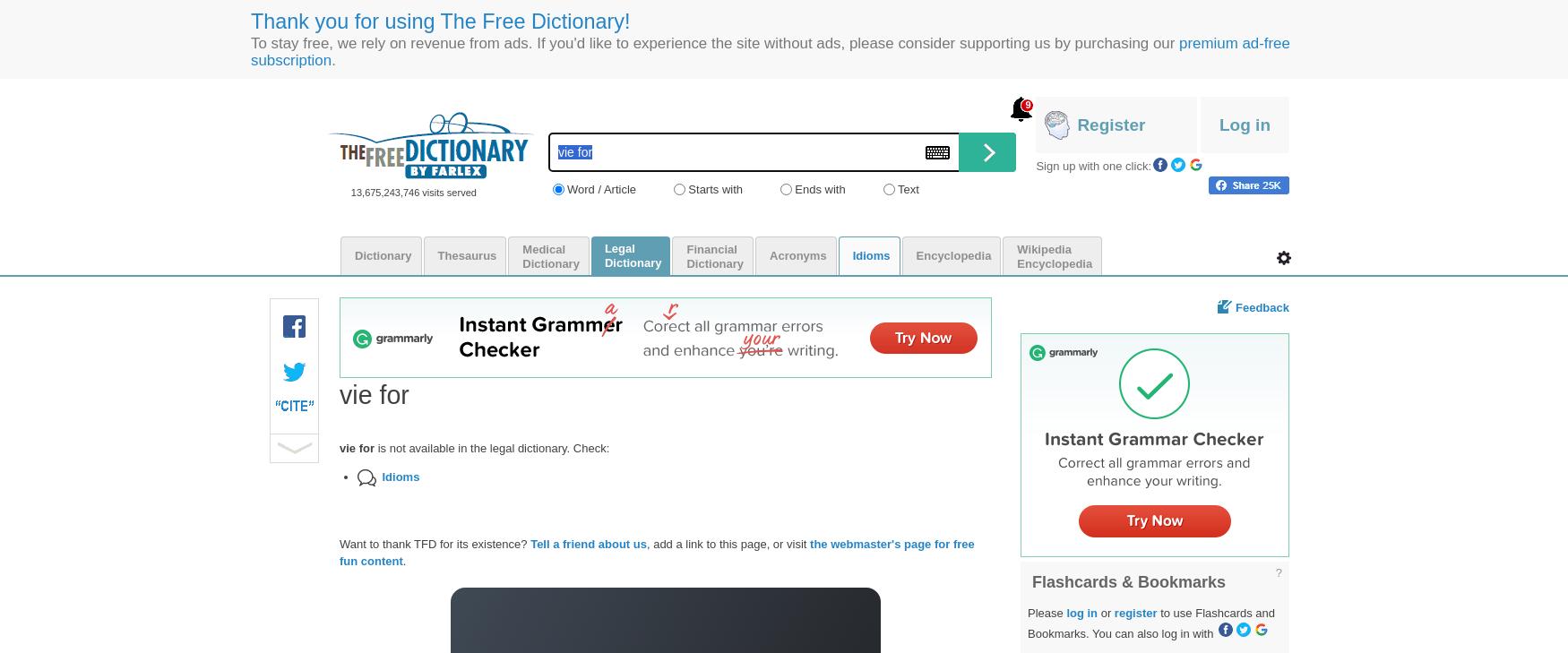 The height and width of the screenshot is (653, 1568). What do you see at coordinates (1023, 102) in the screenshot?
I see `'9'` at bounding box center [1023, 102].